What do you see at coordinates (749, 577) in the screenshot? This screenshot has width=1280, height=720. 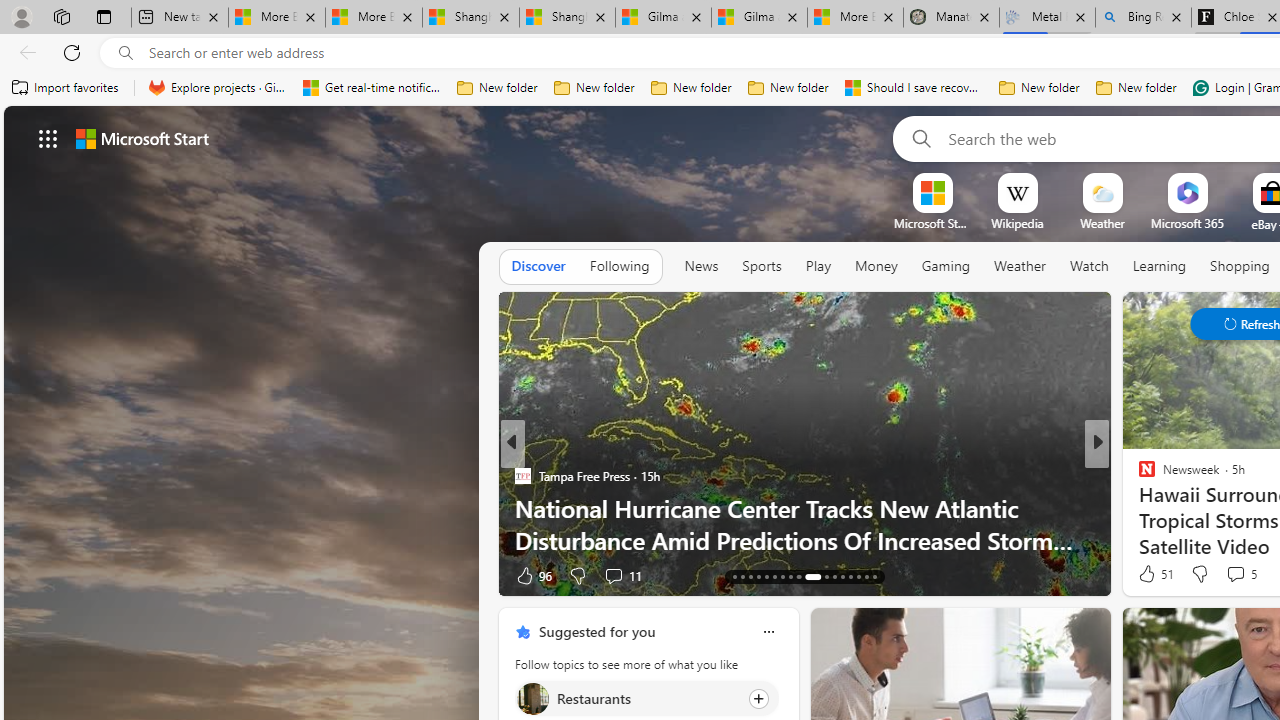 I see `'AutomationID: tab-19'` at bounding box center [749, 577].